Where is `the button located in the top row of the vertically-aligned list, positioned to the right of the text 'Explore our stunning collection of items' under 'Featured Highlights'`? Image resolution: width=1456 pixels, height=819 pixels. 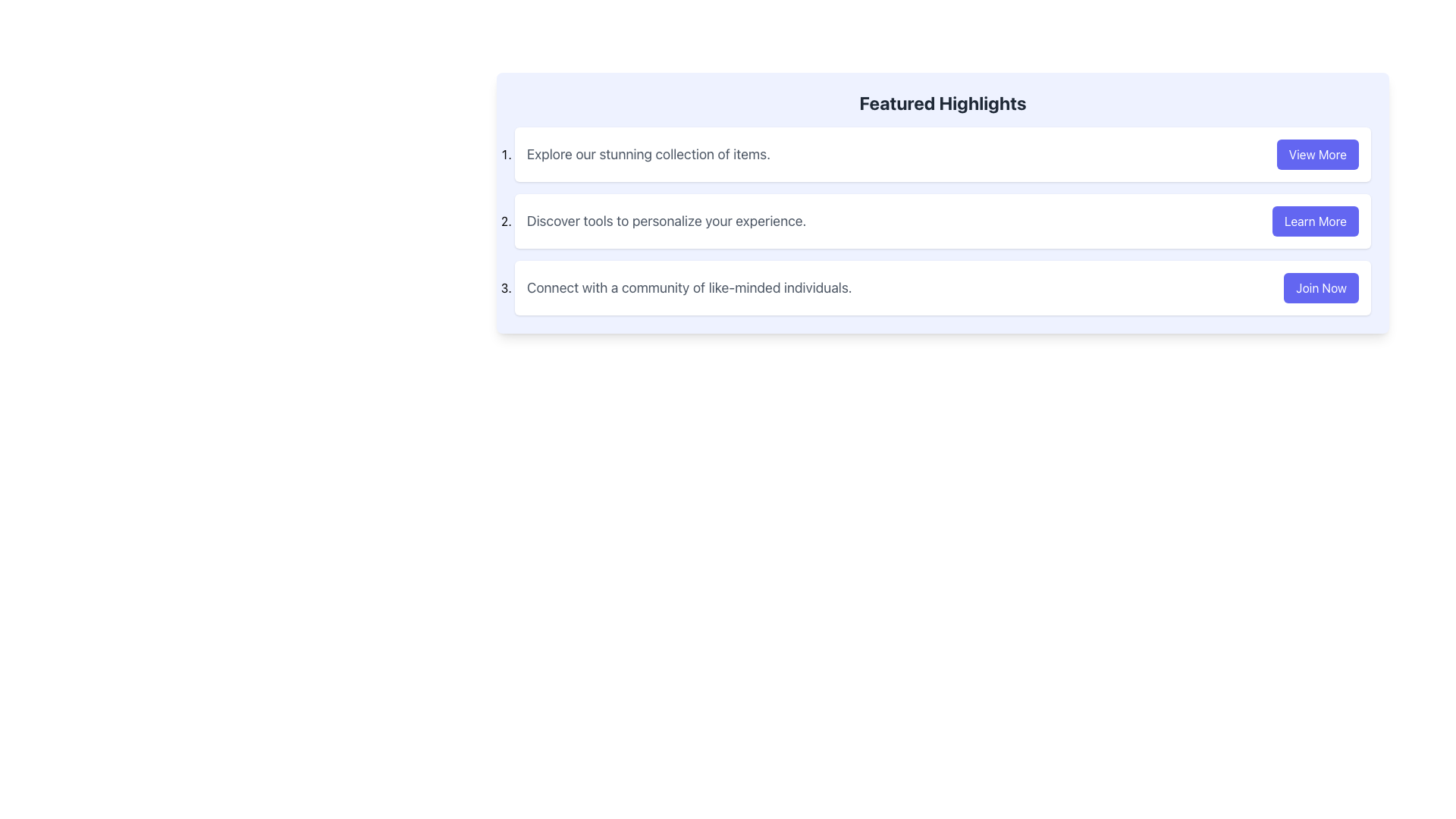
the button located in the top row of the vertically-aligned list, positioned to the right of the text 'Explore our stunning collection of items' under 'Featured Highlights' is located at coordinates (1316, 155).